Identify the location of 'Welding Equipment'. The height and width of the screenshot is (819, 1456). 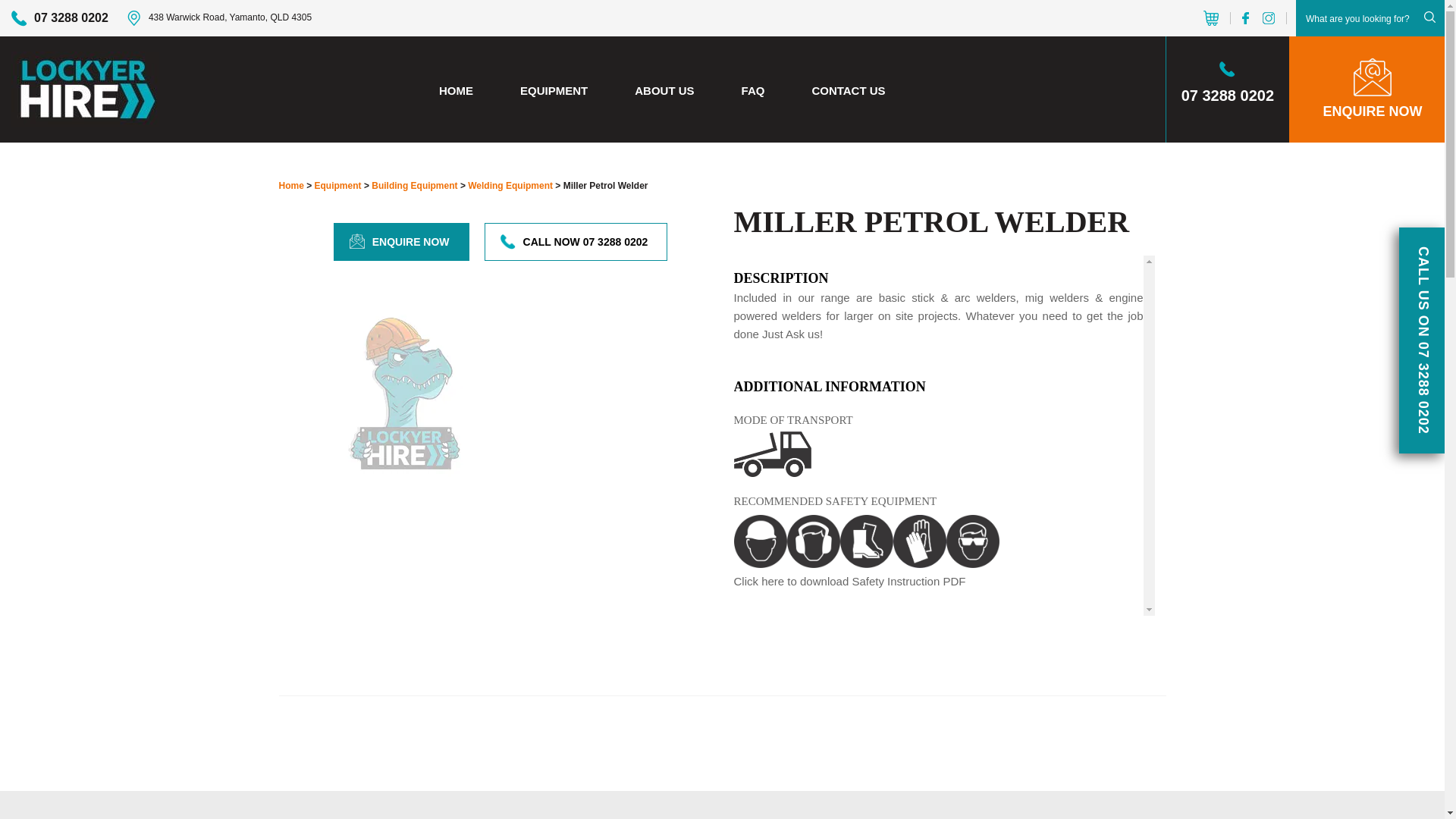
(510, 185).